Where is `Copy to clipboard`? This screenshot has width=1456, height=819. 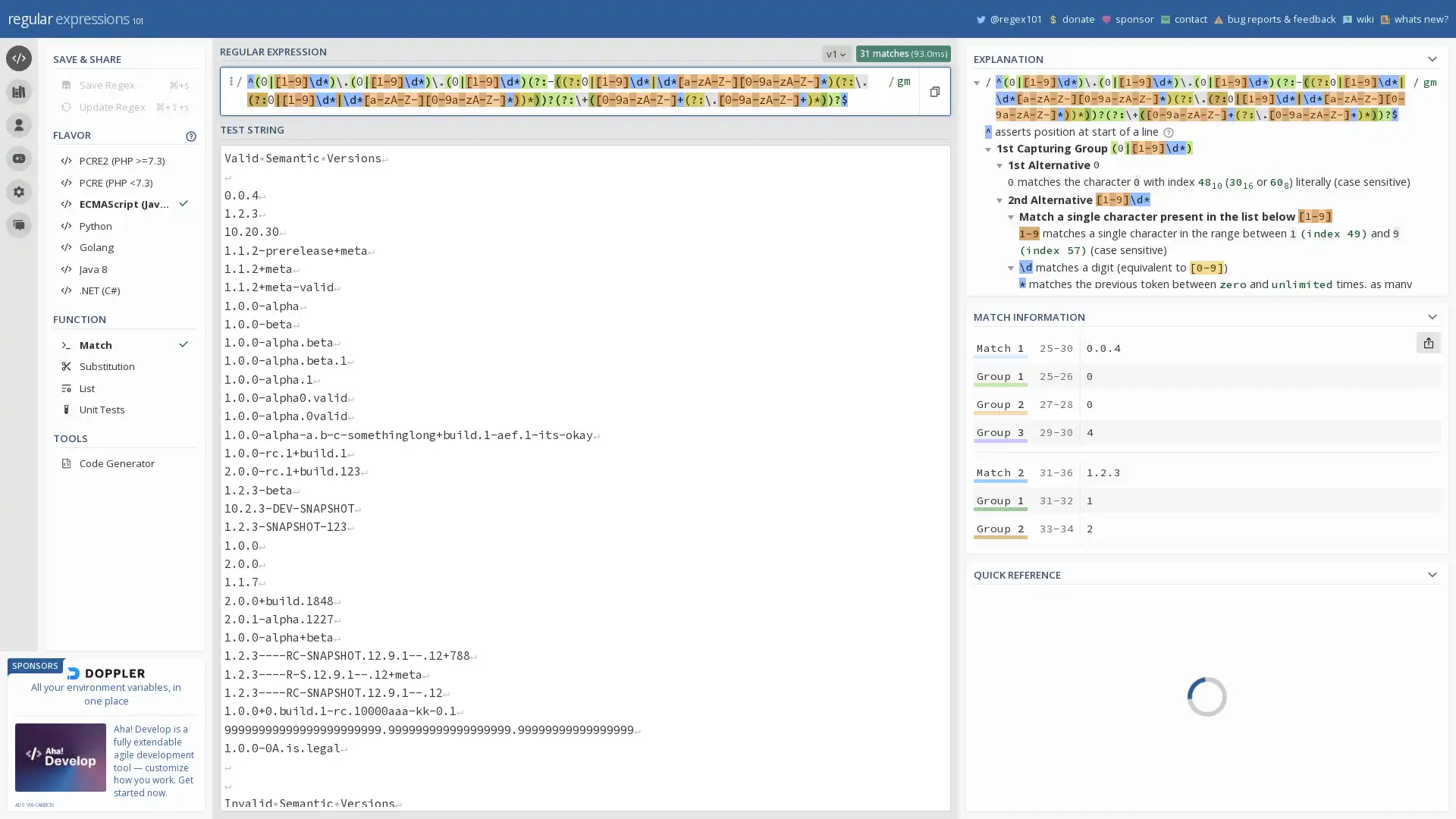 Copy to clipboard is located at coordinates (934, 91).